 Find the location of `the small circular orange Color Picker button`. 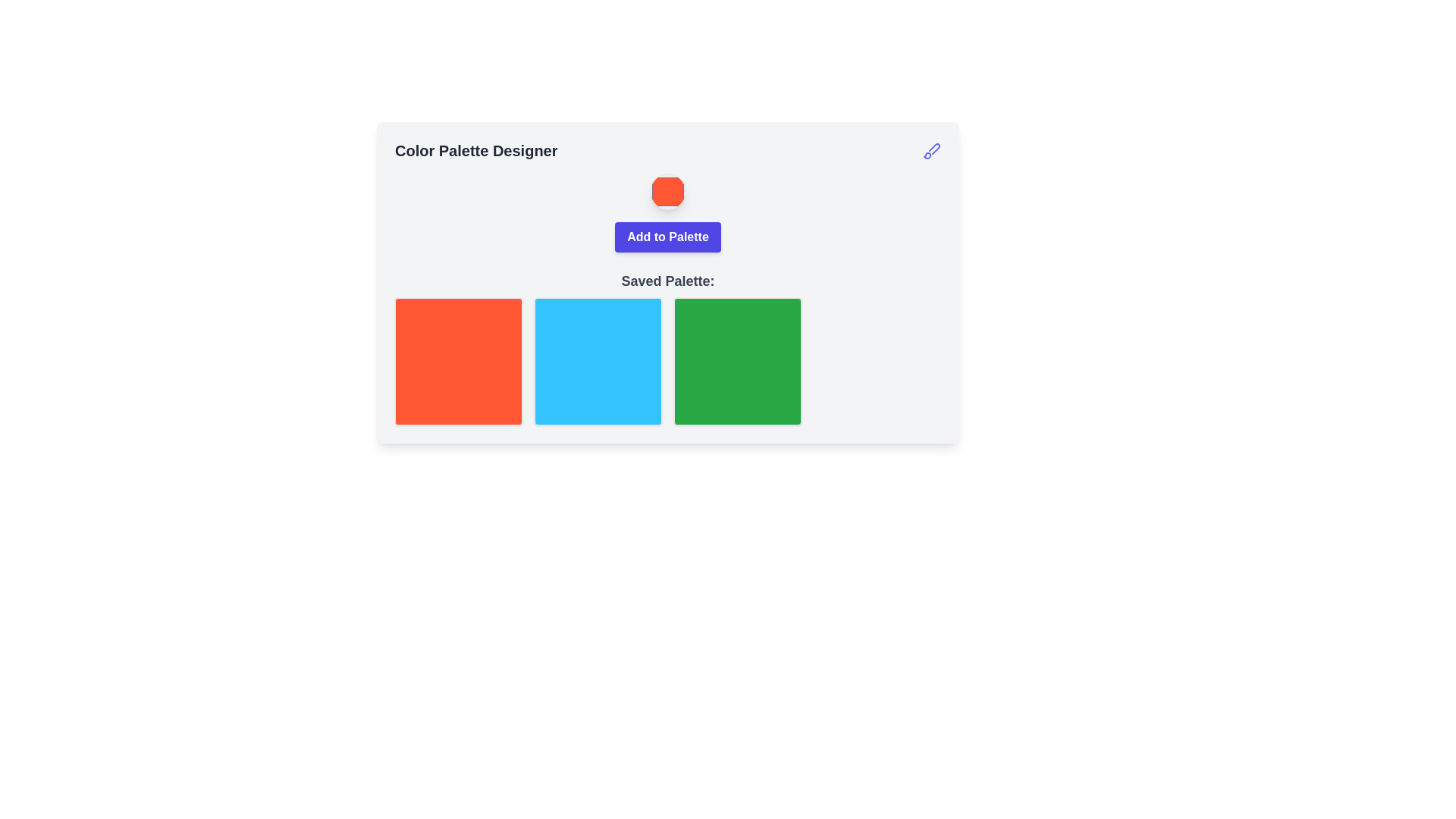

the small circular orange Color Picker button is located at coordinates (667, 191).